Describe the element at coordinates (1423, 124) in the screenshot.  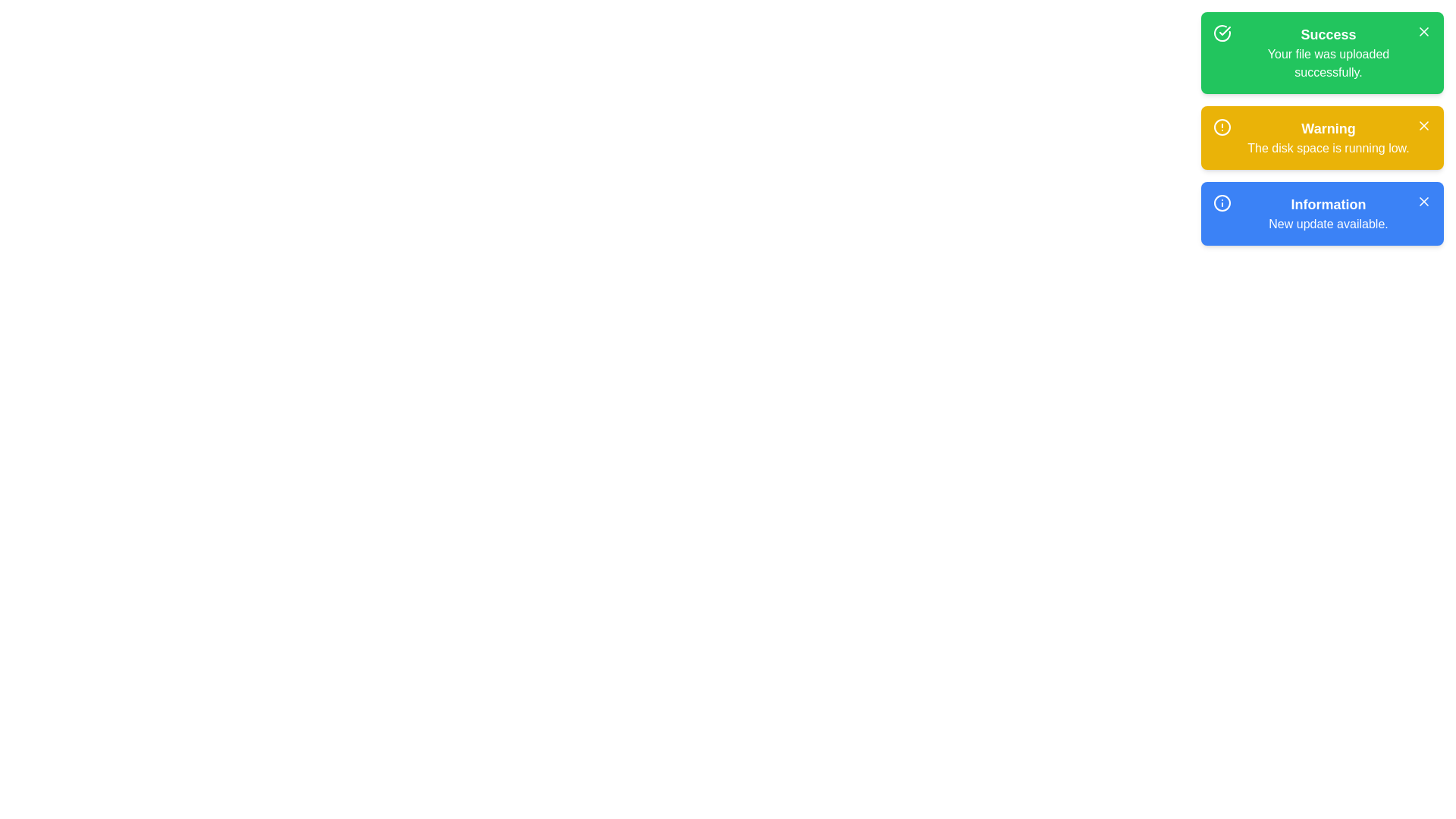
I see `dismiss button for the notification with title 'Warning'` at that location.